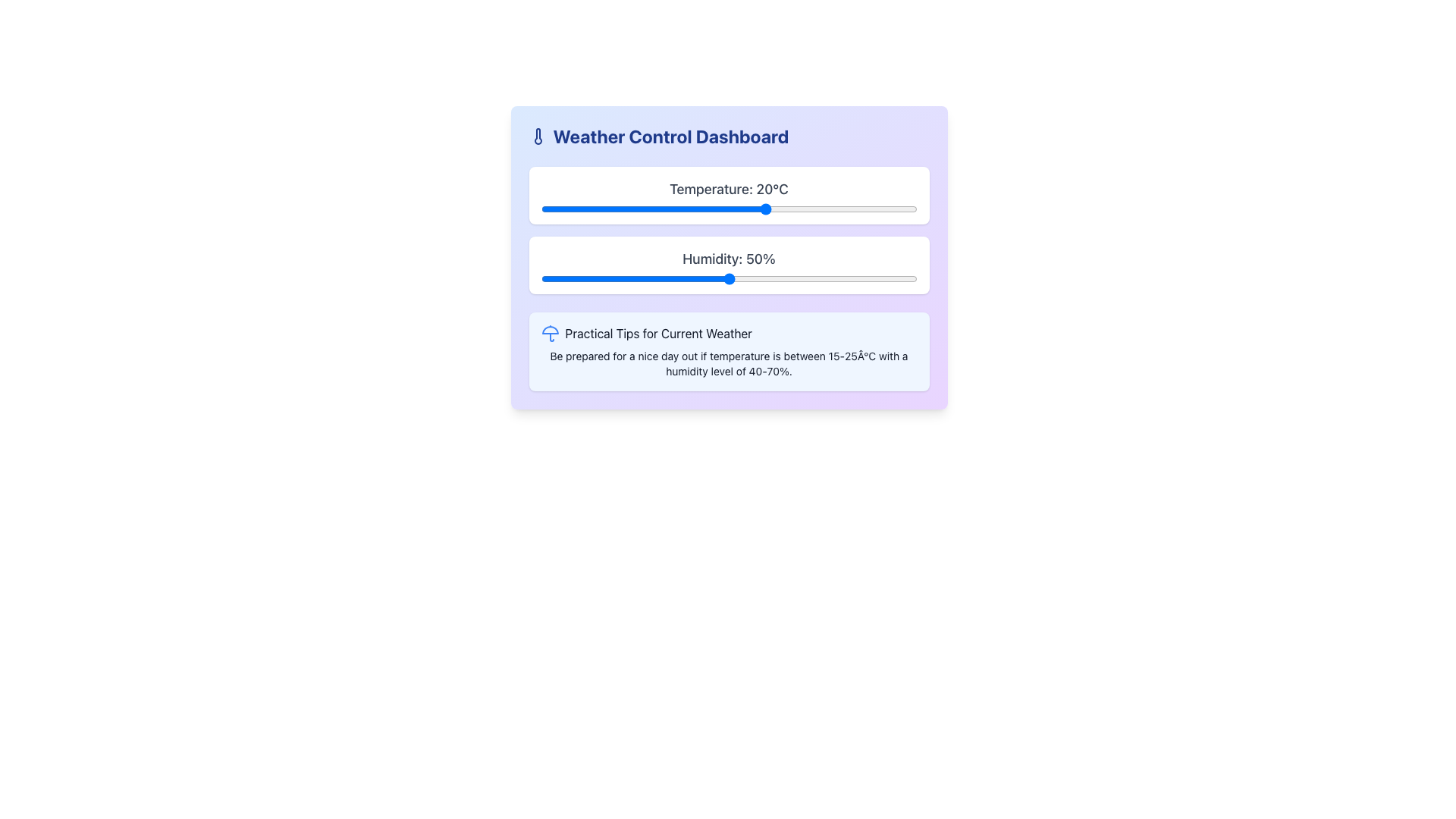 The image size is (1456, 819). I want to click on the humidity level, so click(826, 278).